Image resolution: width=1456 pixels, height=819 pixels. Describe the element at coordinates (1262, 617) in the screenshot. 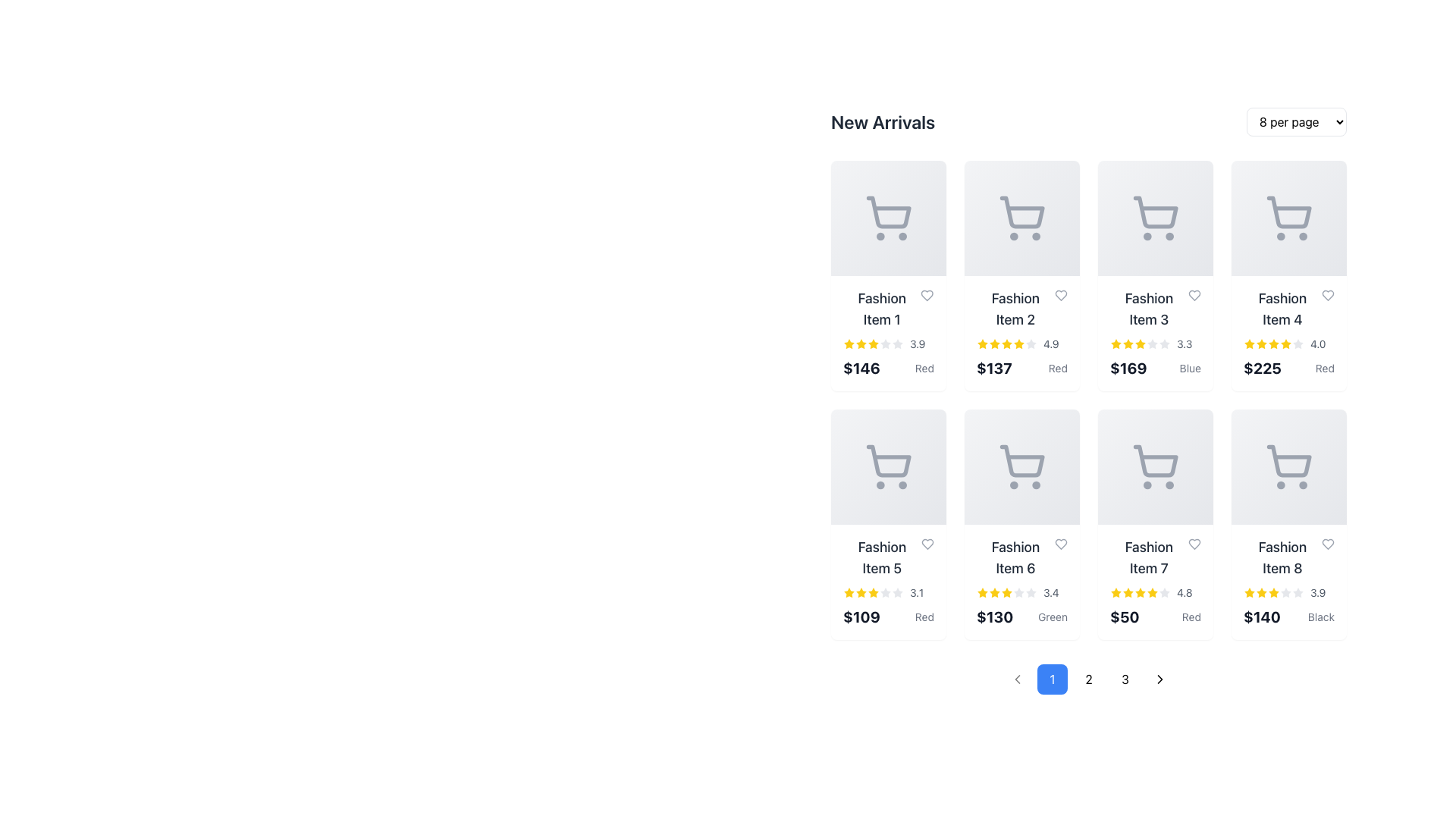

I see `the bold text label displaying the price "$140" located below the product title and star rating of "Fashion Item 8" to see detailed pricing or offers` at that location.